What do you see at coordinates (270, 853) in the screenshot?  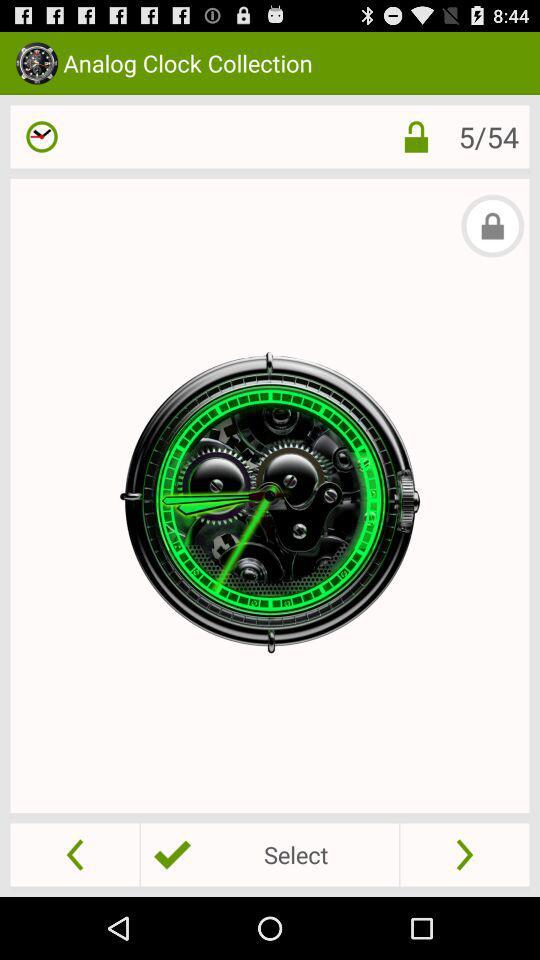 I see `the select item` at bounding box center [270, 853].